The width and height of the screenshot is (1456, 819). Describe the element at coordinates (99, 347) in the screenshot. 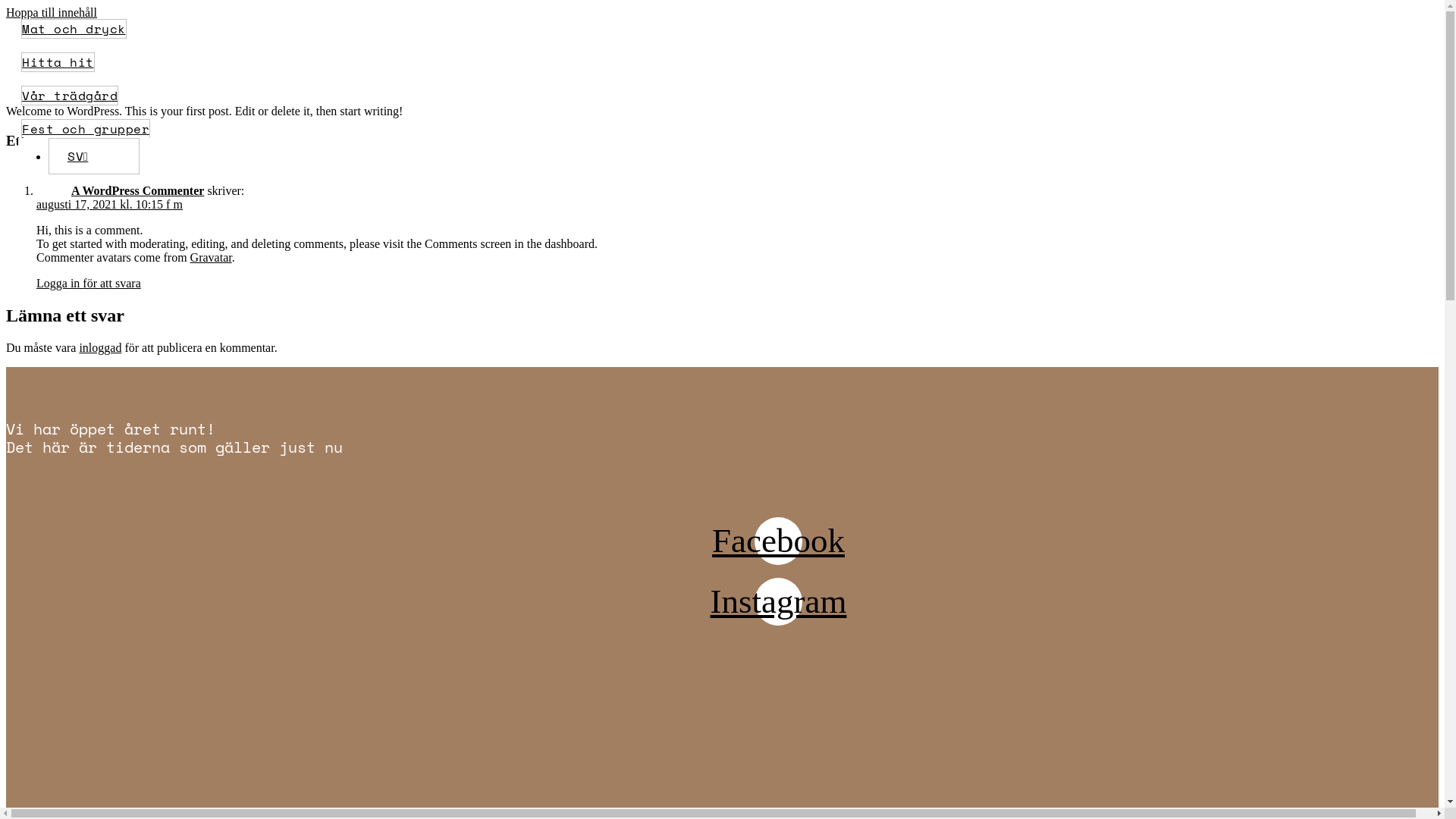

I see `'inloggad'` at that location.